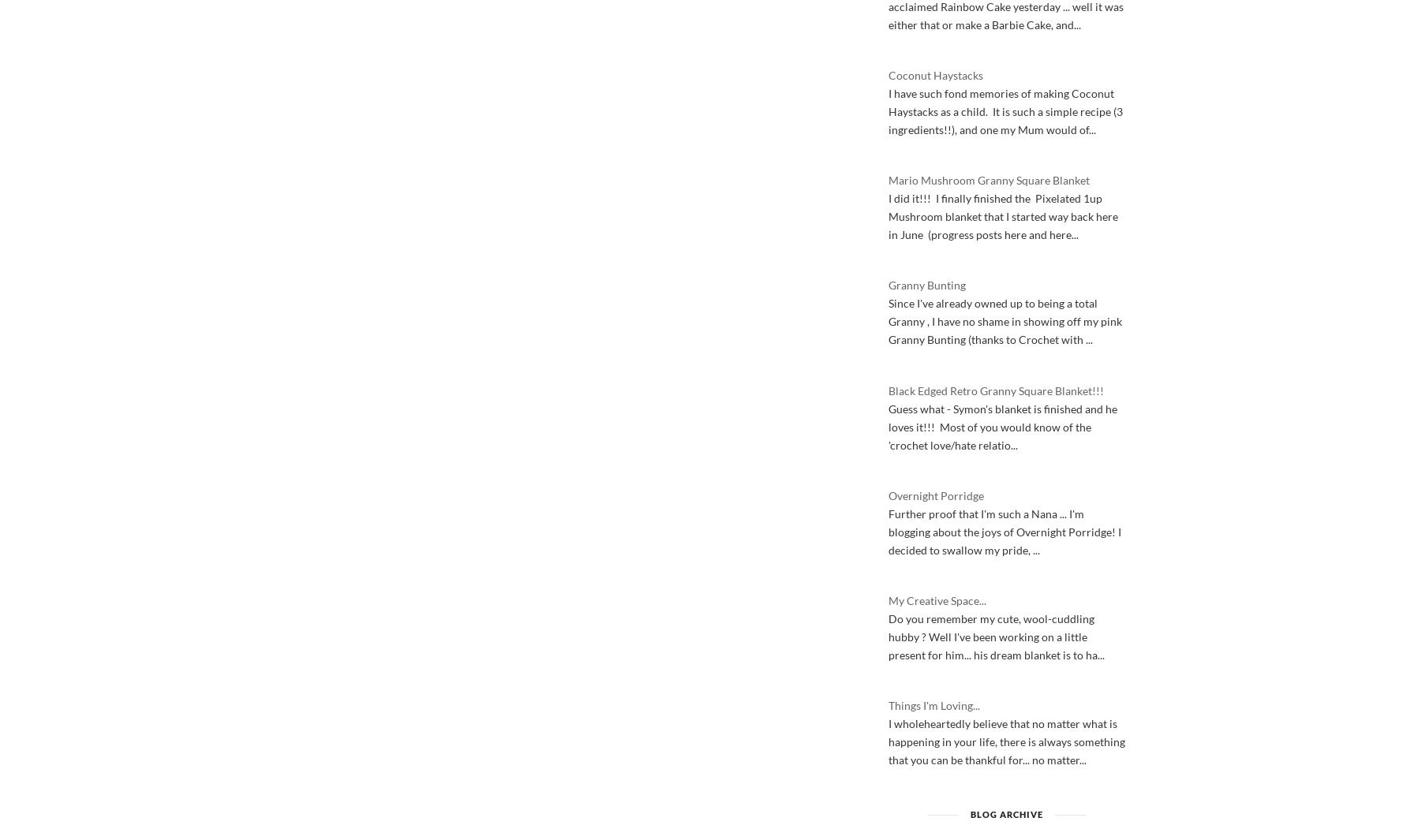  What do you see at coordinates (1006, 741) in the screenshot?
I see `'I wholeheartedly believe that no matter what is happening in your life, there is always something that you can be thankful for... no matter...'` at bounding box center [1006, 741].